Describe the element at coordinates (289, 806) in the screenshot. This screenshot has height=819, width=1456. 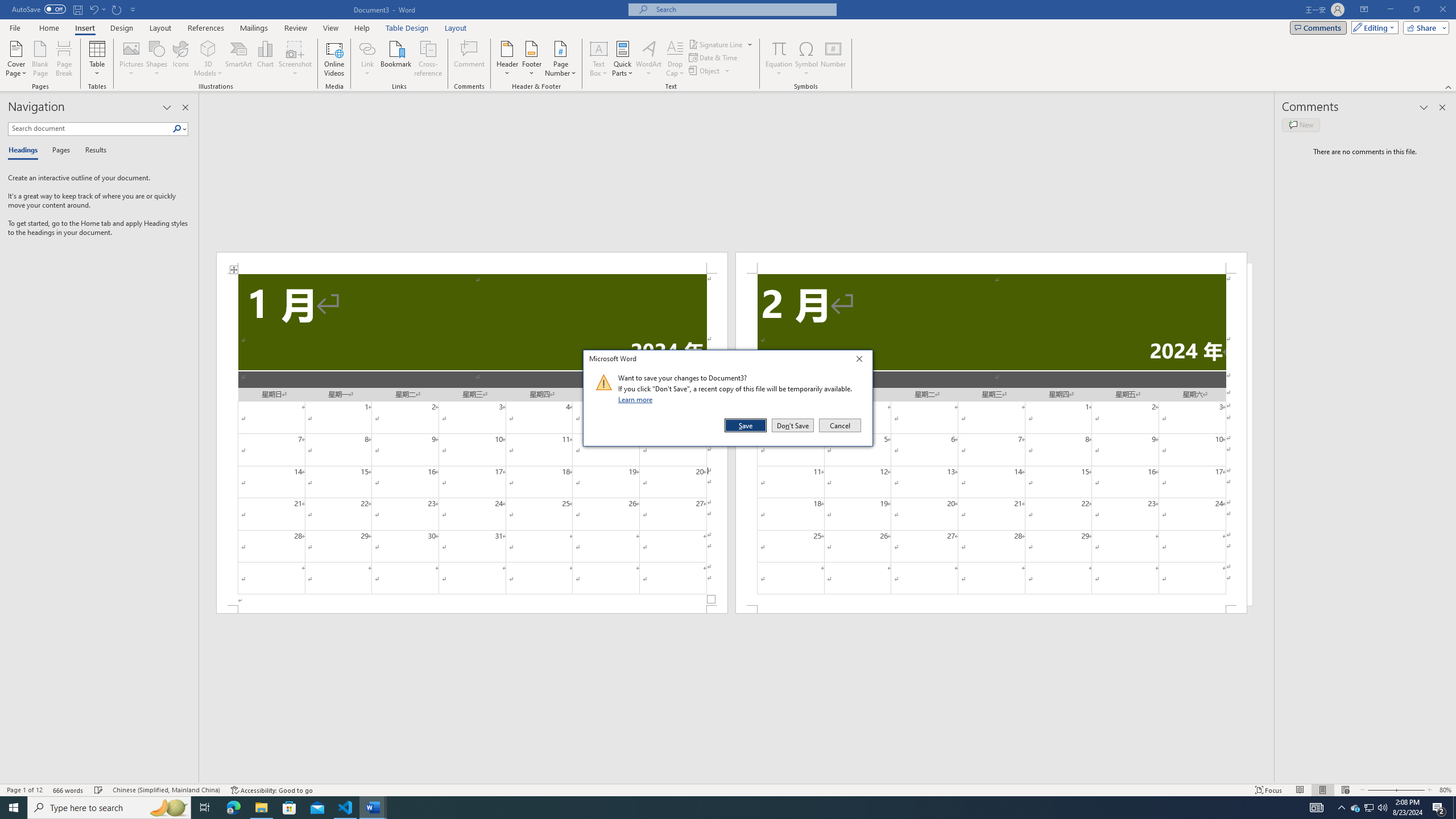
I see `'Microsoft Store'` at that location.